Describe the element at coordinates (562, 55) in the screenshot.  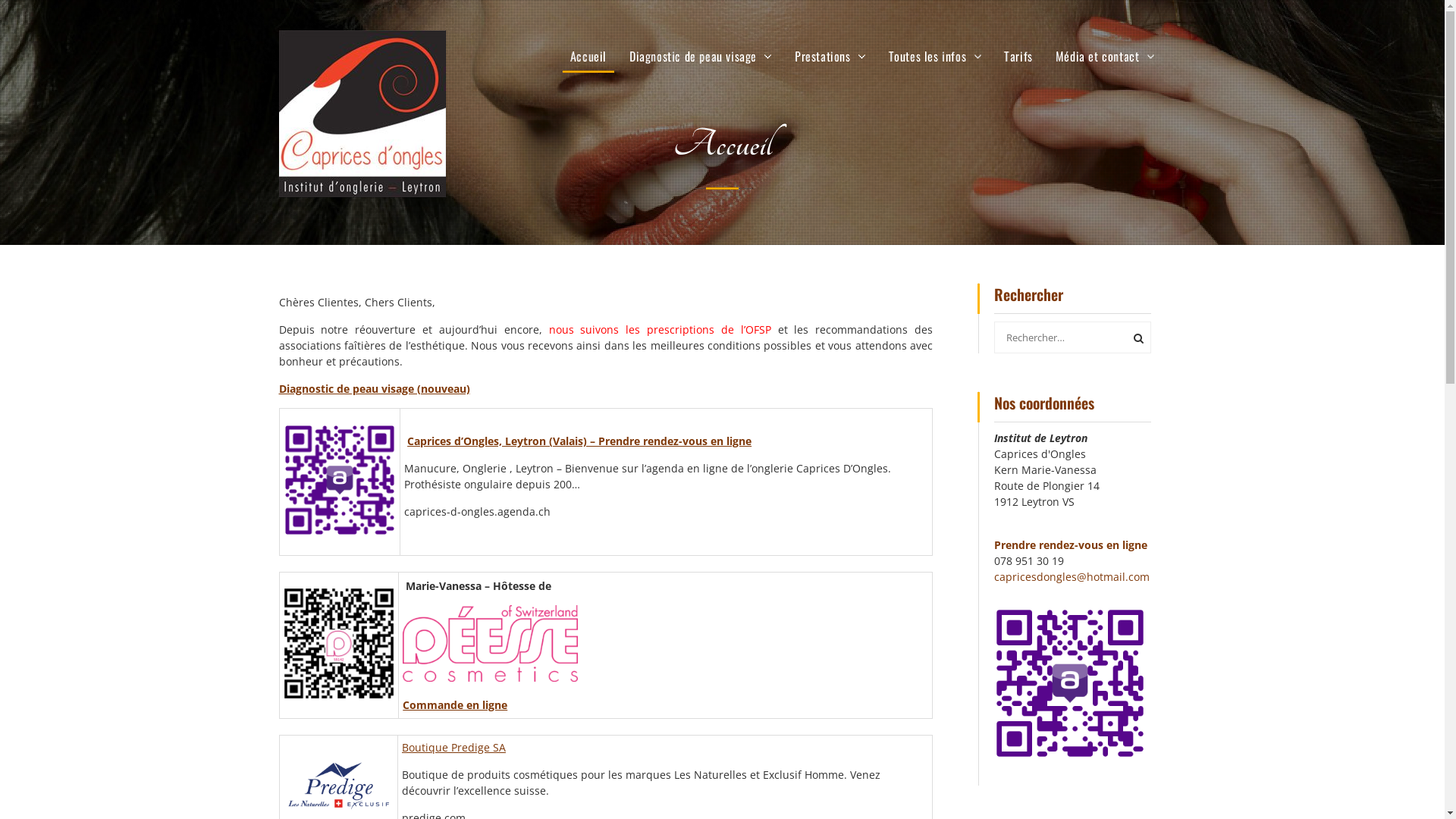
I see `'Accueil'` at that location.